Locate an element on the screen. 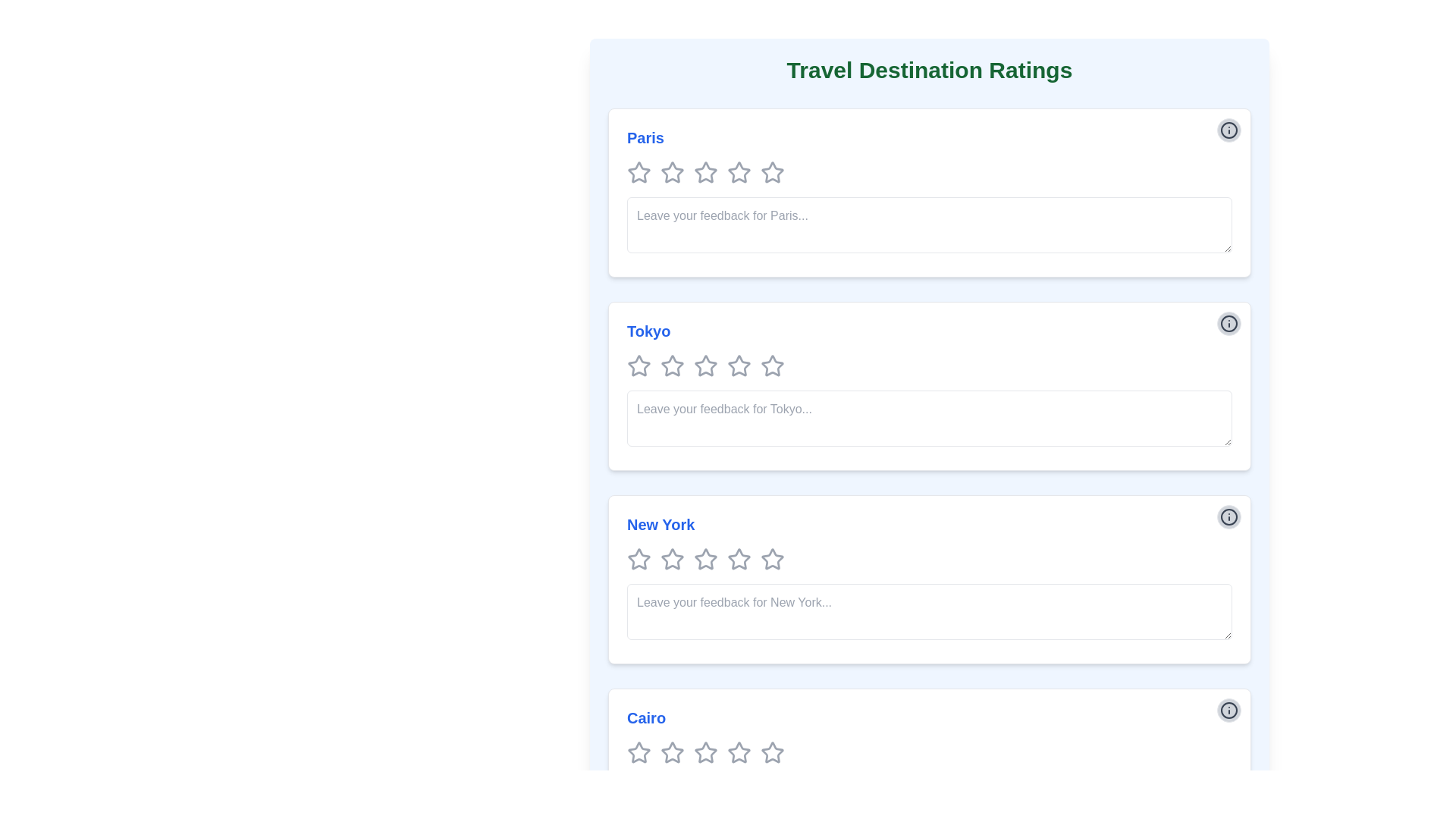 The width and height of the screenshot is (1456, 819). the first rating star for the destination 'Cairo' to rate it is located at coordinates (639, 752).